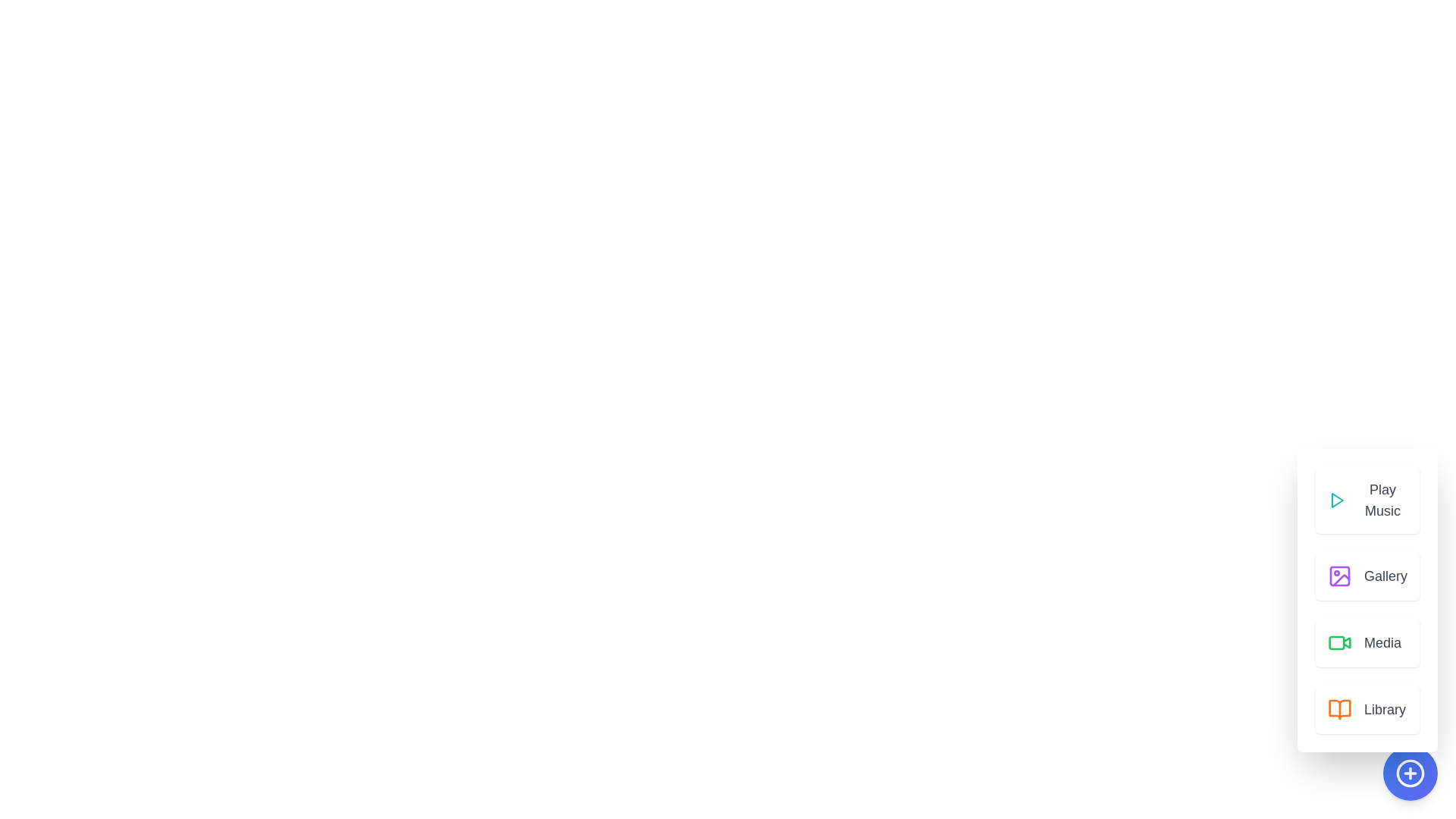  What do you see at coordinates (1367, 576) in the screenshot?
I see `the Gallery button to access the respective media content` at bounding box center [1367, 576].